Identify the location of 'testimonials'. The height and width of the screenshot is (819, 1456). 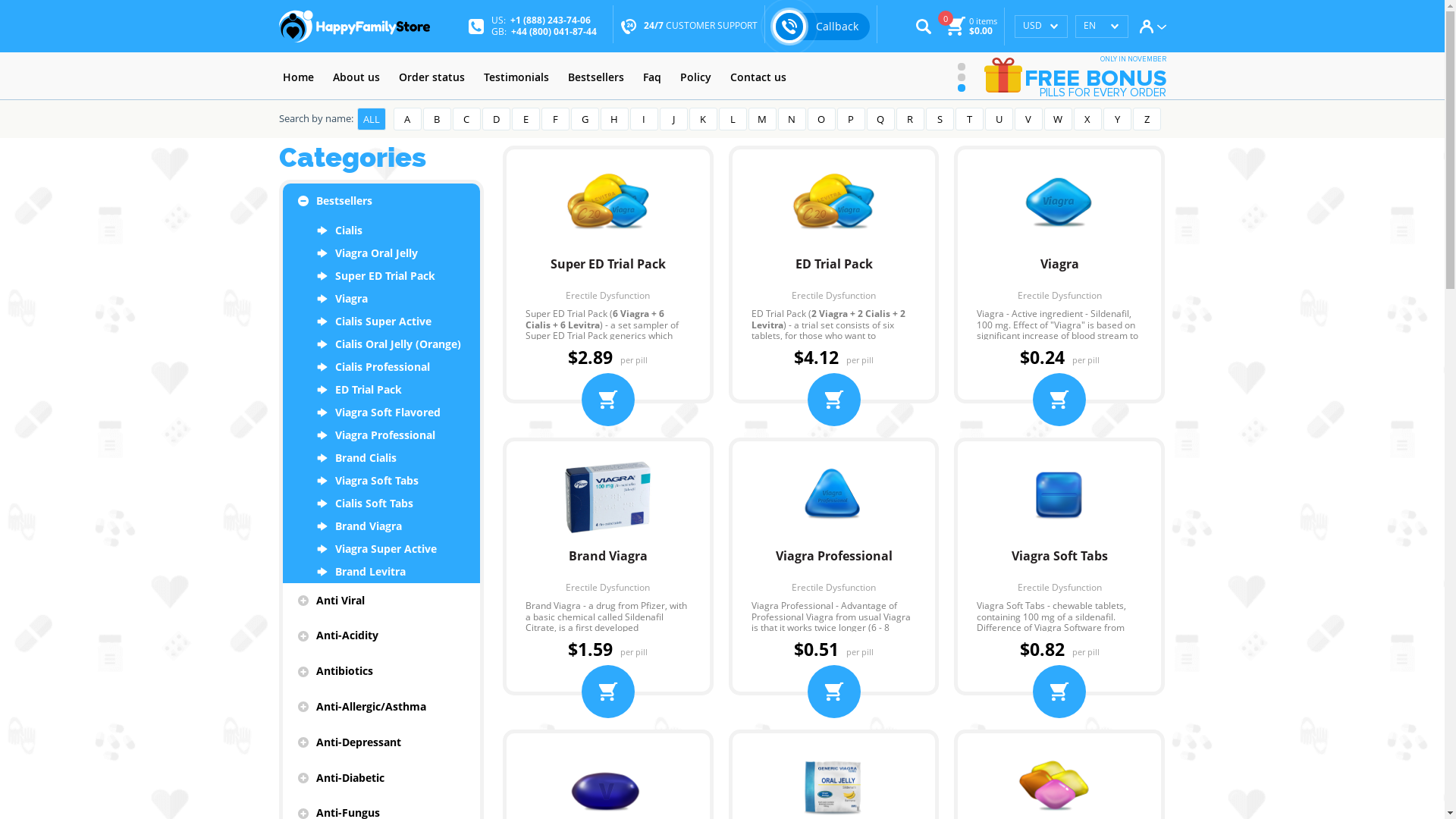
(516, 77).